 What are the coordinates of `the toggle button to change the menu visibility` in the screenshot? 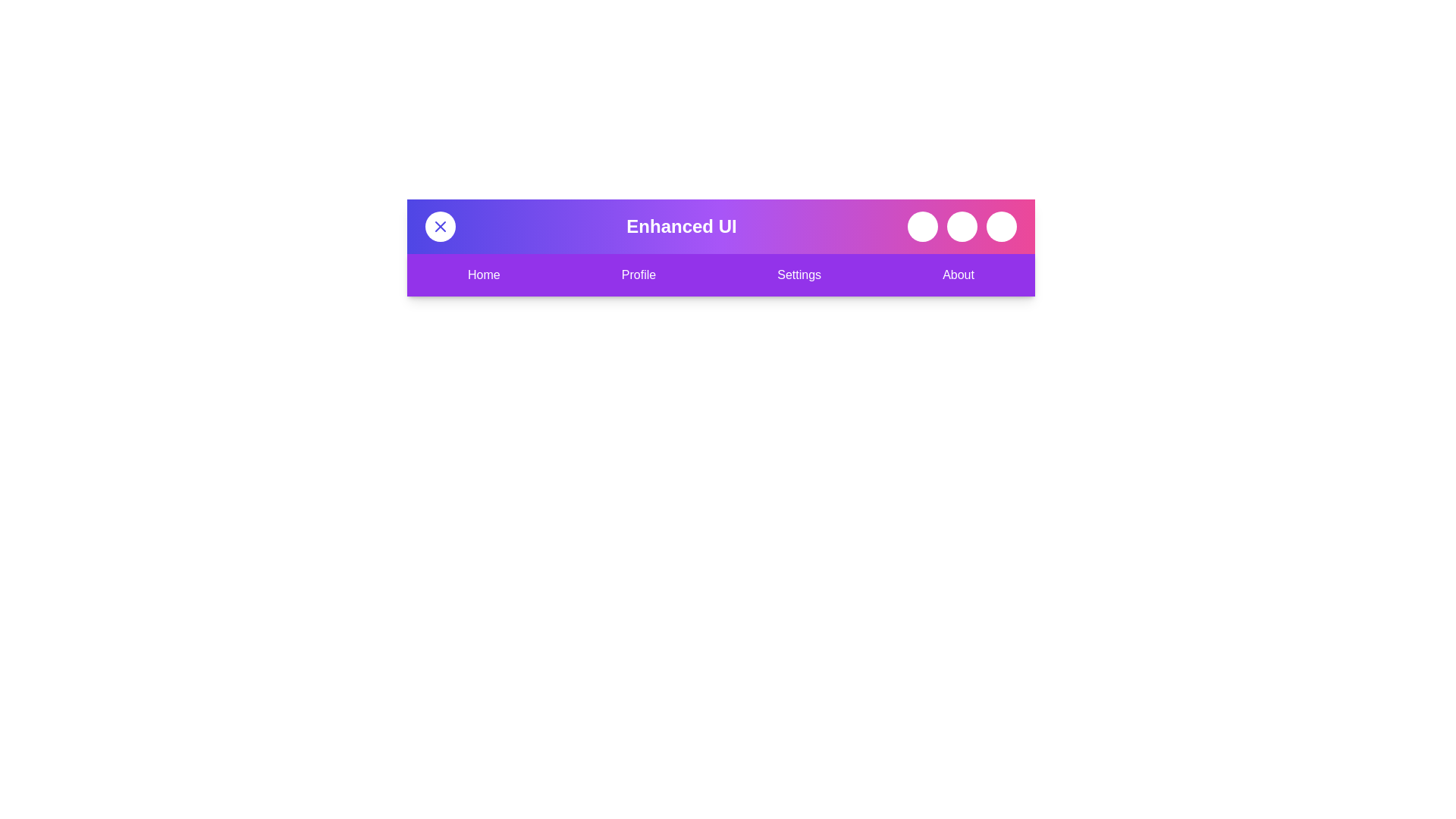 It's located at (439, 227).